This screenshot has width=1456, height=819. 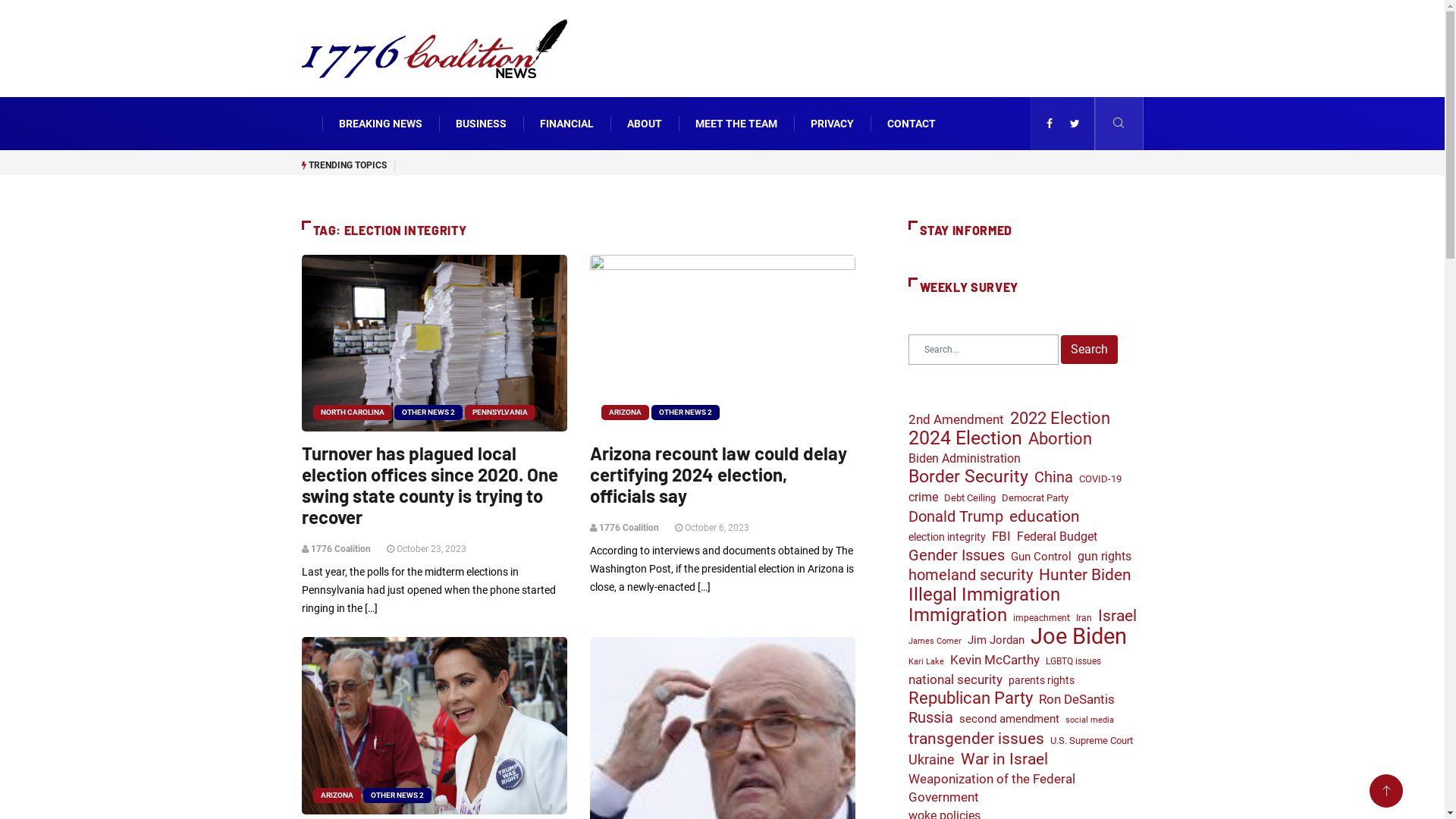 What do you see at coordinates (964, 438) in the screenshot?
I see `'2024 Election'` at bounding box center [964, 438].